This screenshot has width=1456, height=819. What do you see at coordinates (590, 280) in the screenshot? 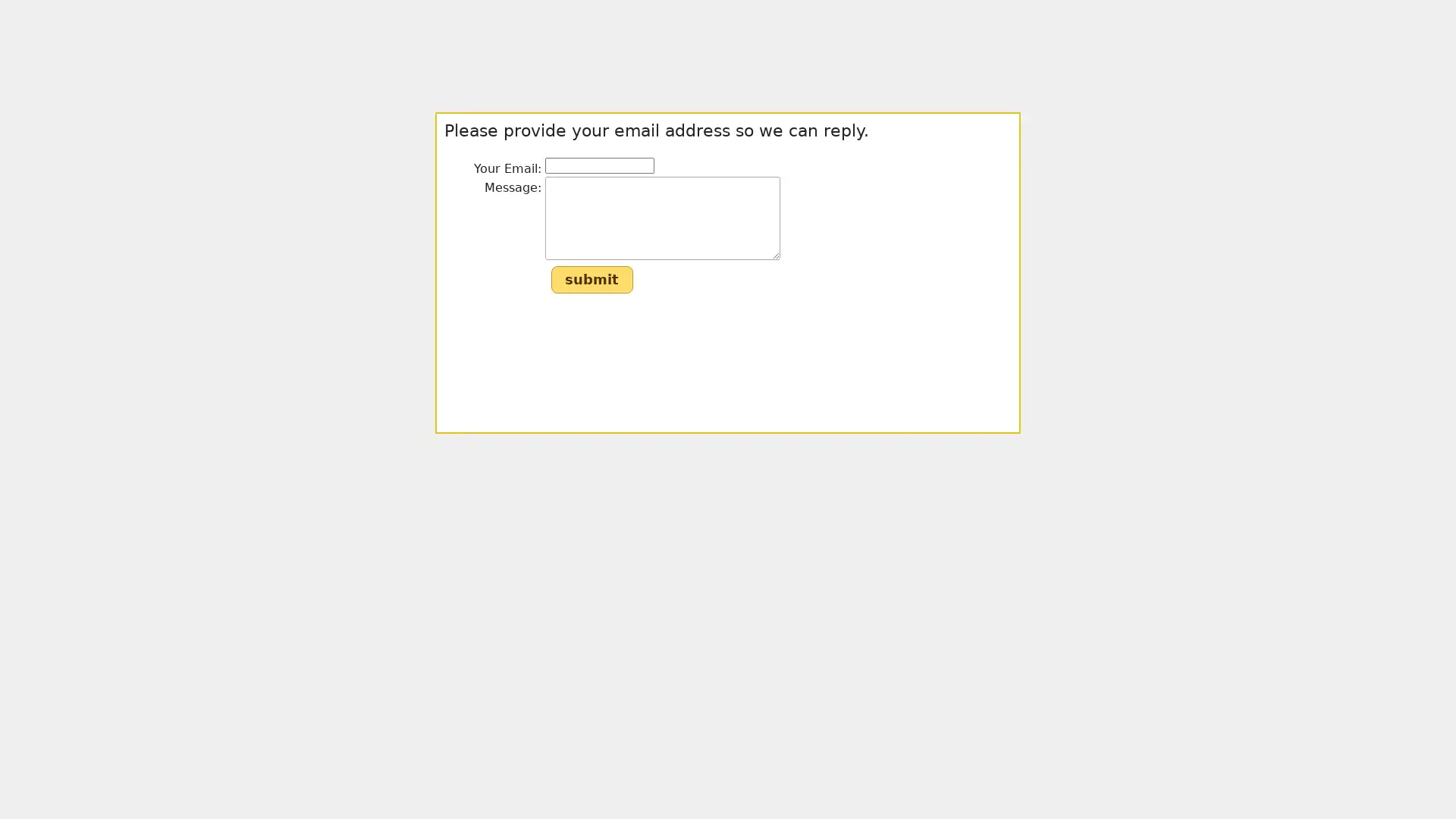
I see `submit` at bounding box center [590, 280].